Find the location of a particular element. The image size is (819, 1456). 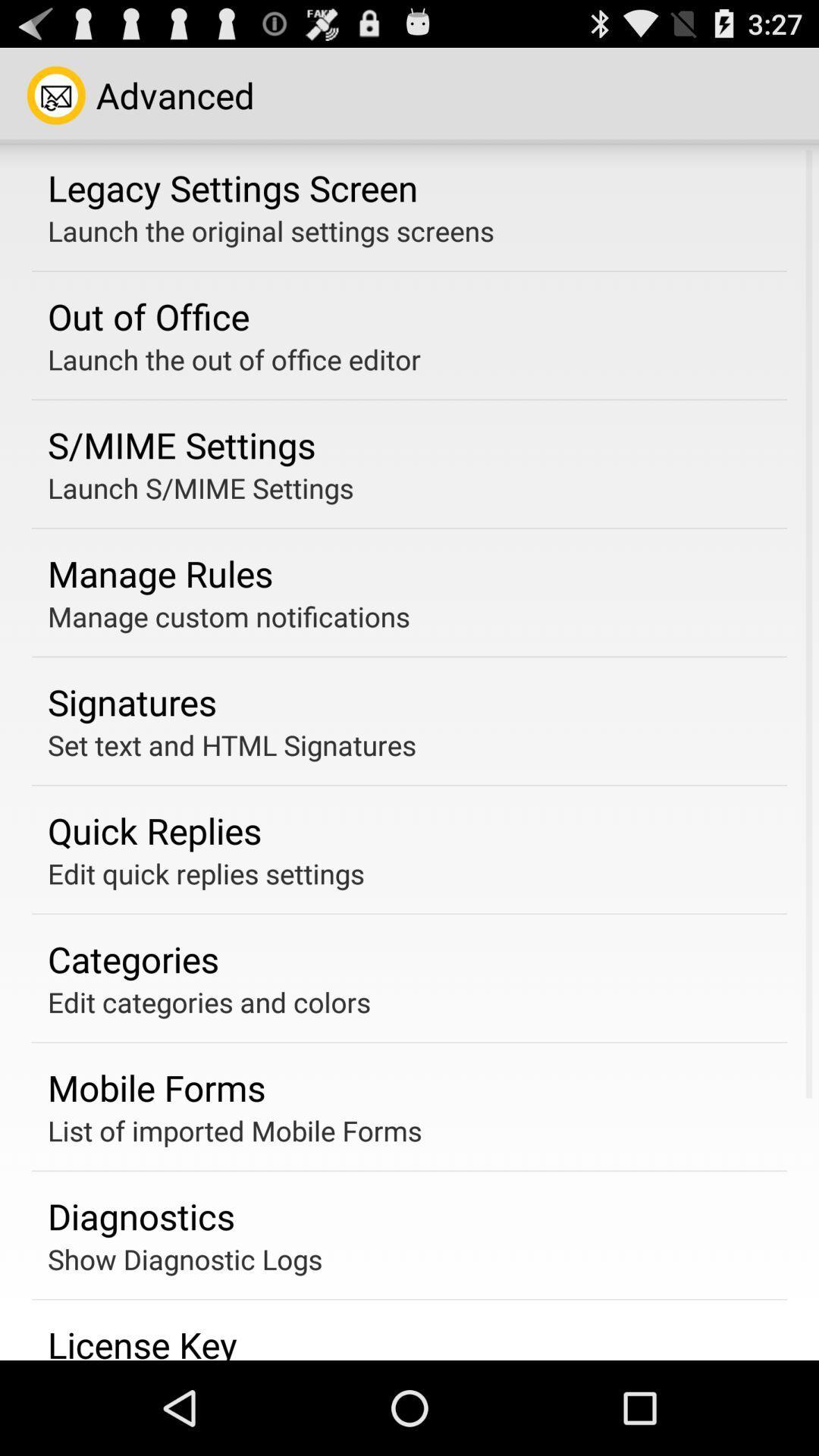

the icon below categories is located at coordinates (209, 1002).